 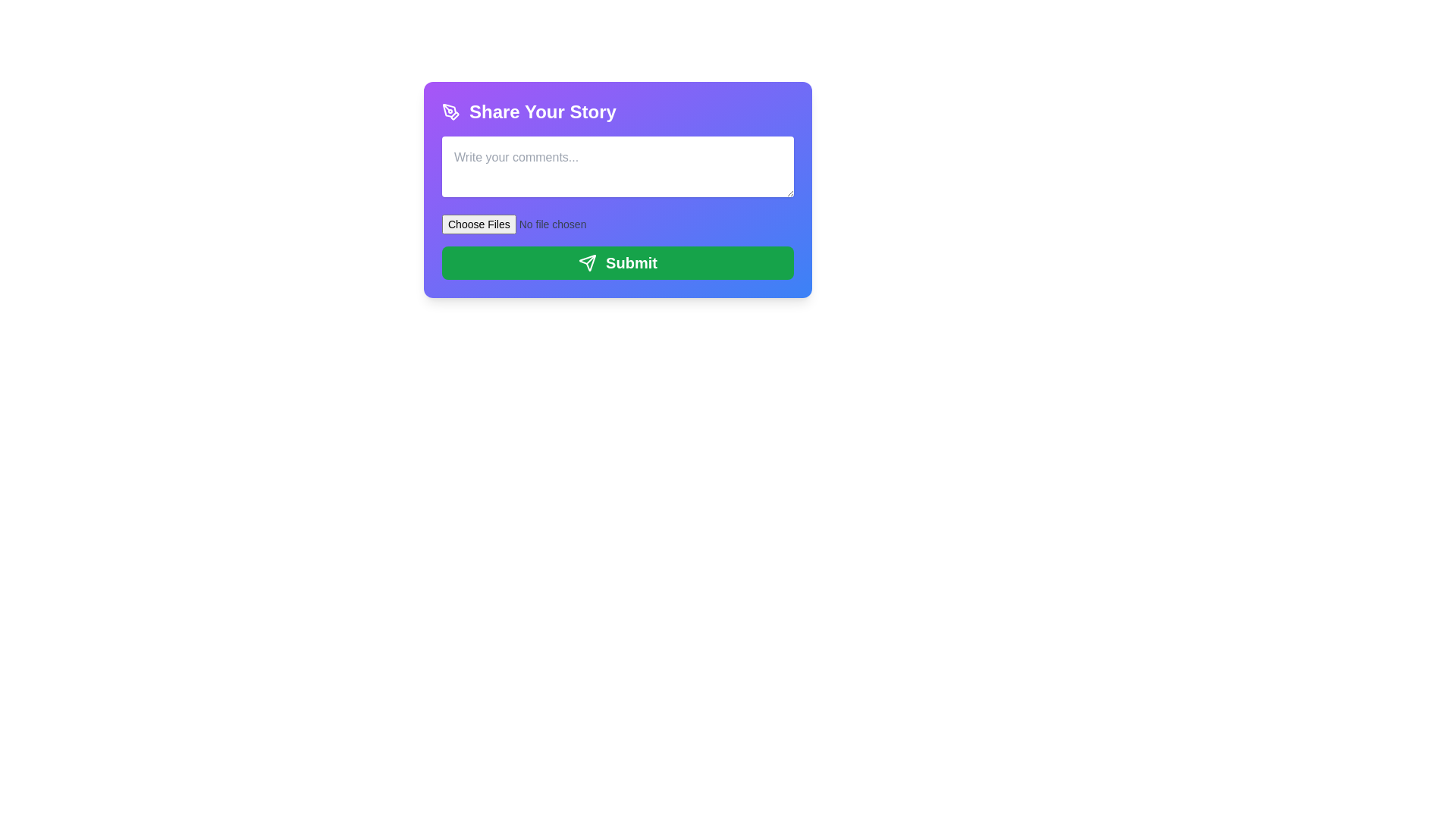 What do you see at coordinates (587, 262) in the screenshot?
I see `the submit icon located to the left of the 'Submit' button` at bounding box center [587, 262].